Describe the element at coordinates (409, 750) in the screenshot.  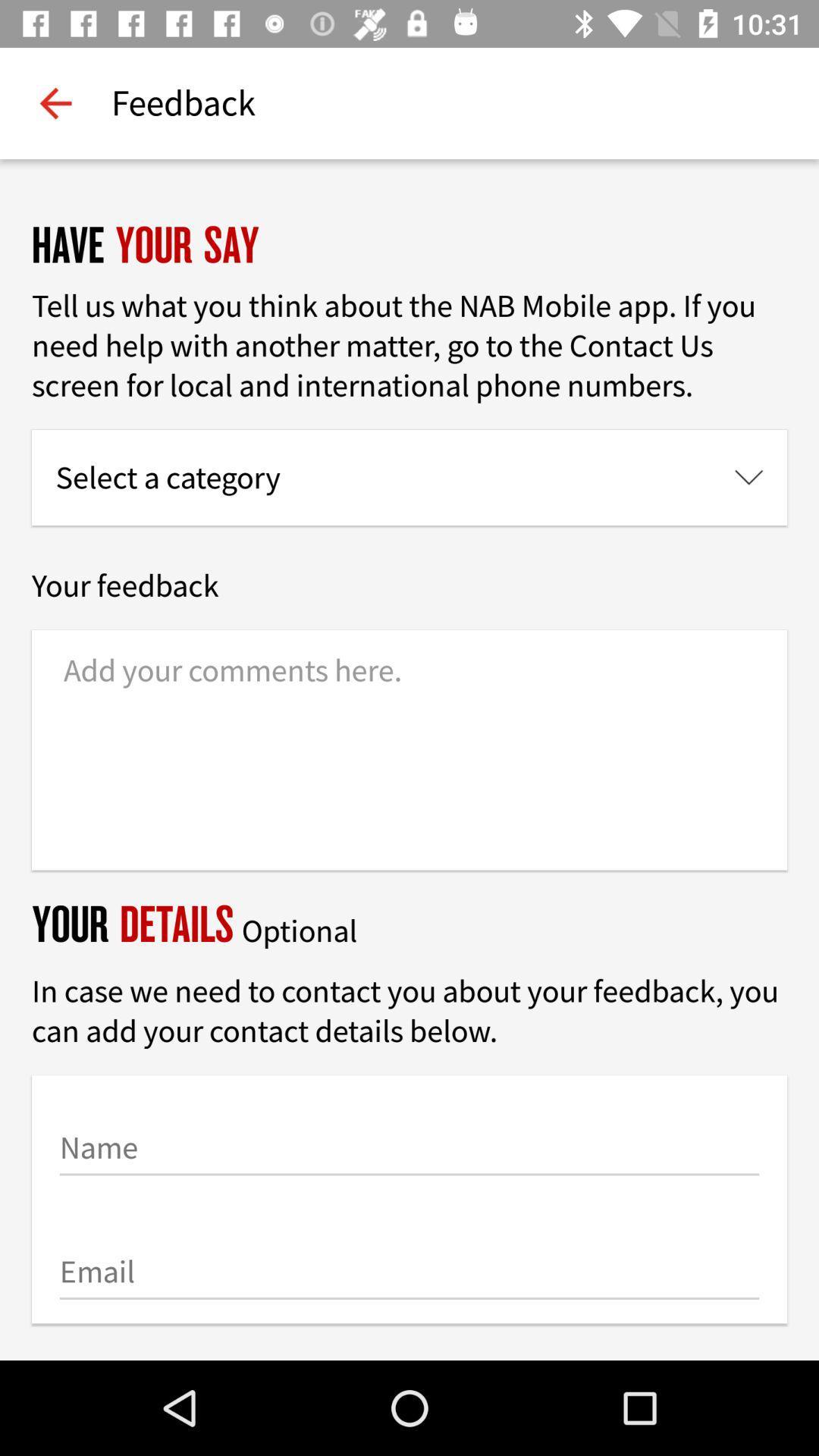
I see `your feedback here` at that location.